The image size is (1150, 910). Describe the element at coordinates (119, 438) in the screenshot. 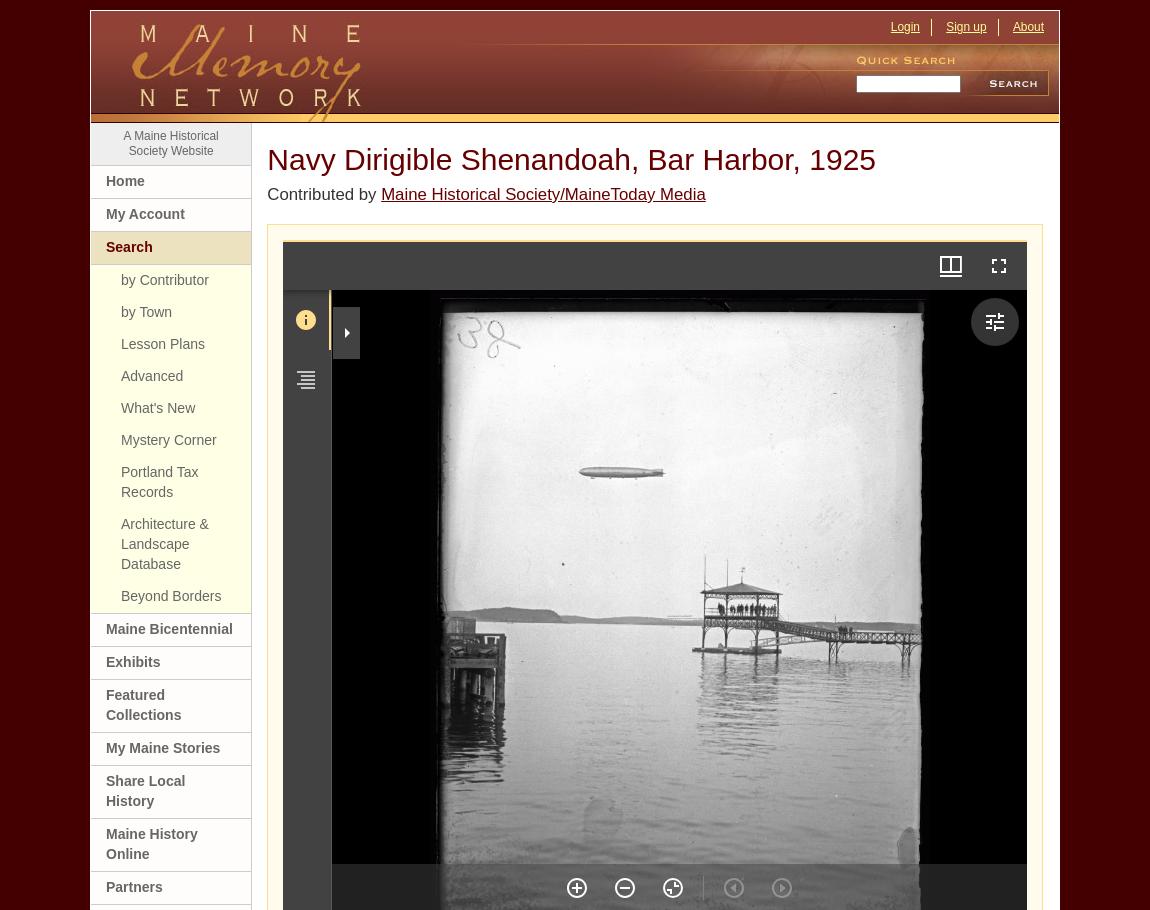

I see `'Mystery Corner'` at that location.